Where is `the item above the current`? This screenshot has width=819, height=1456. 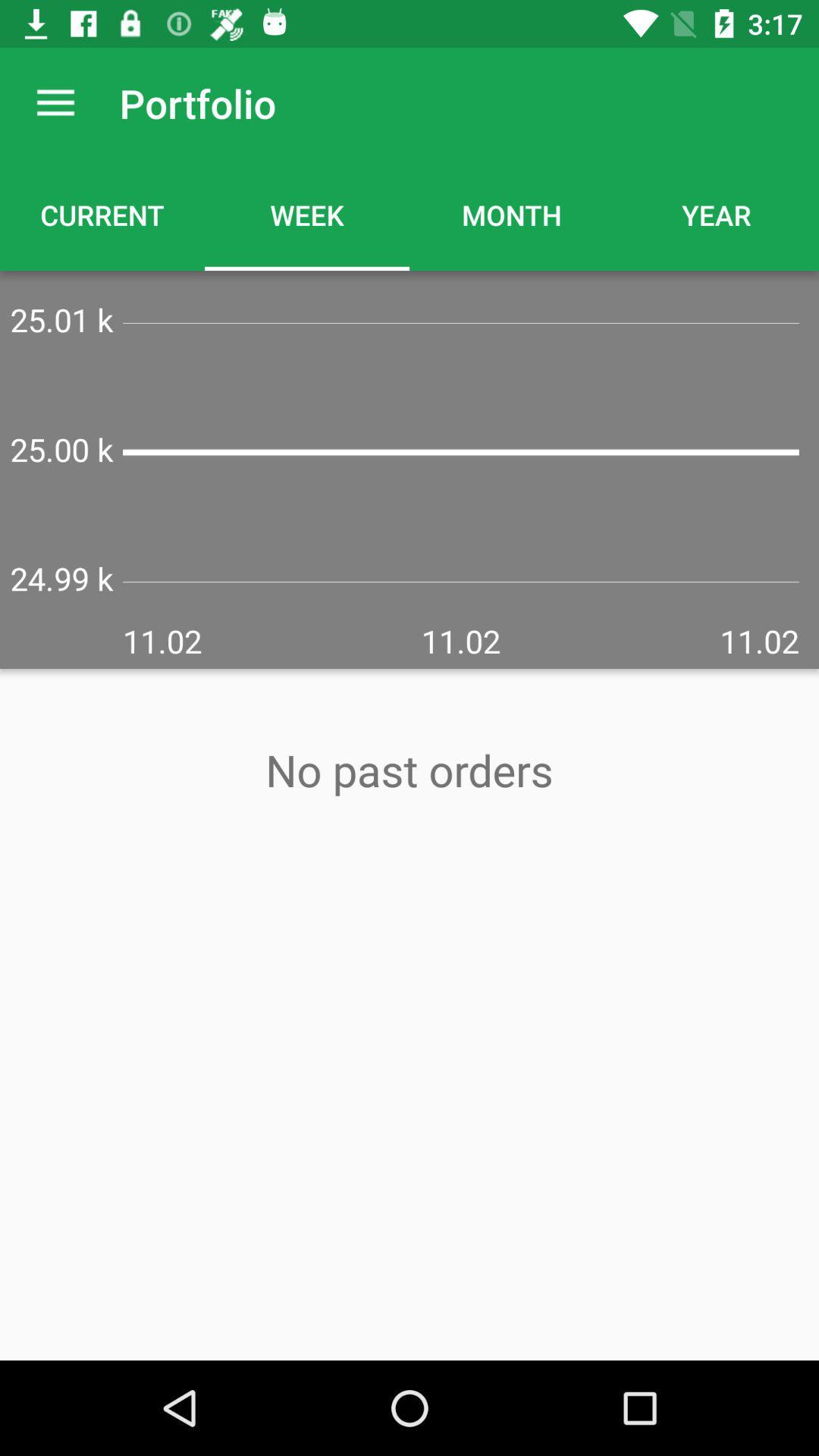
the item above the current is located at coordinates (55, 102).